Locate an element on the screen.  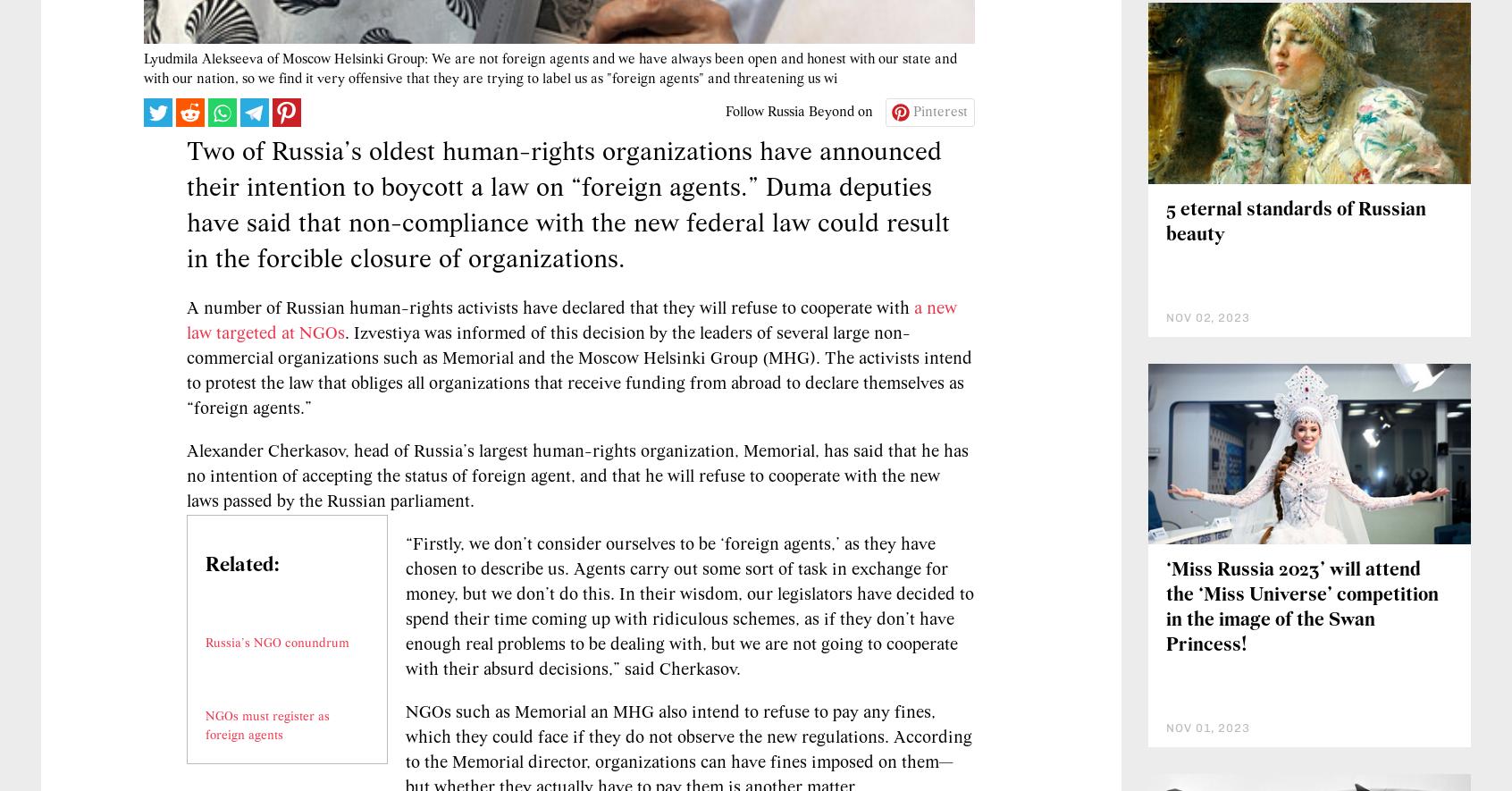
'Related:' is located at coordinates (242, 672).